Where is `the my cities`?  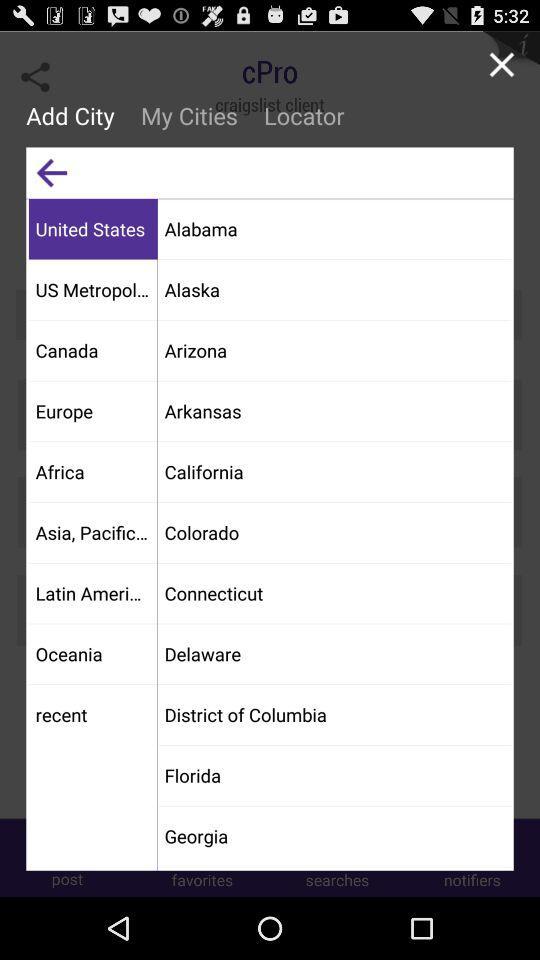
the my cities is located at coordinates (189, 115).